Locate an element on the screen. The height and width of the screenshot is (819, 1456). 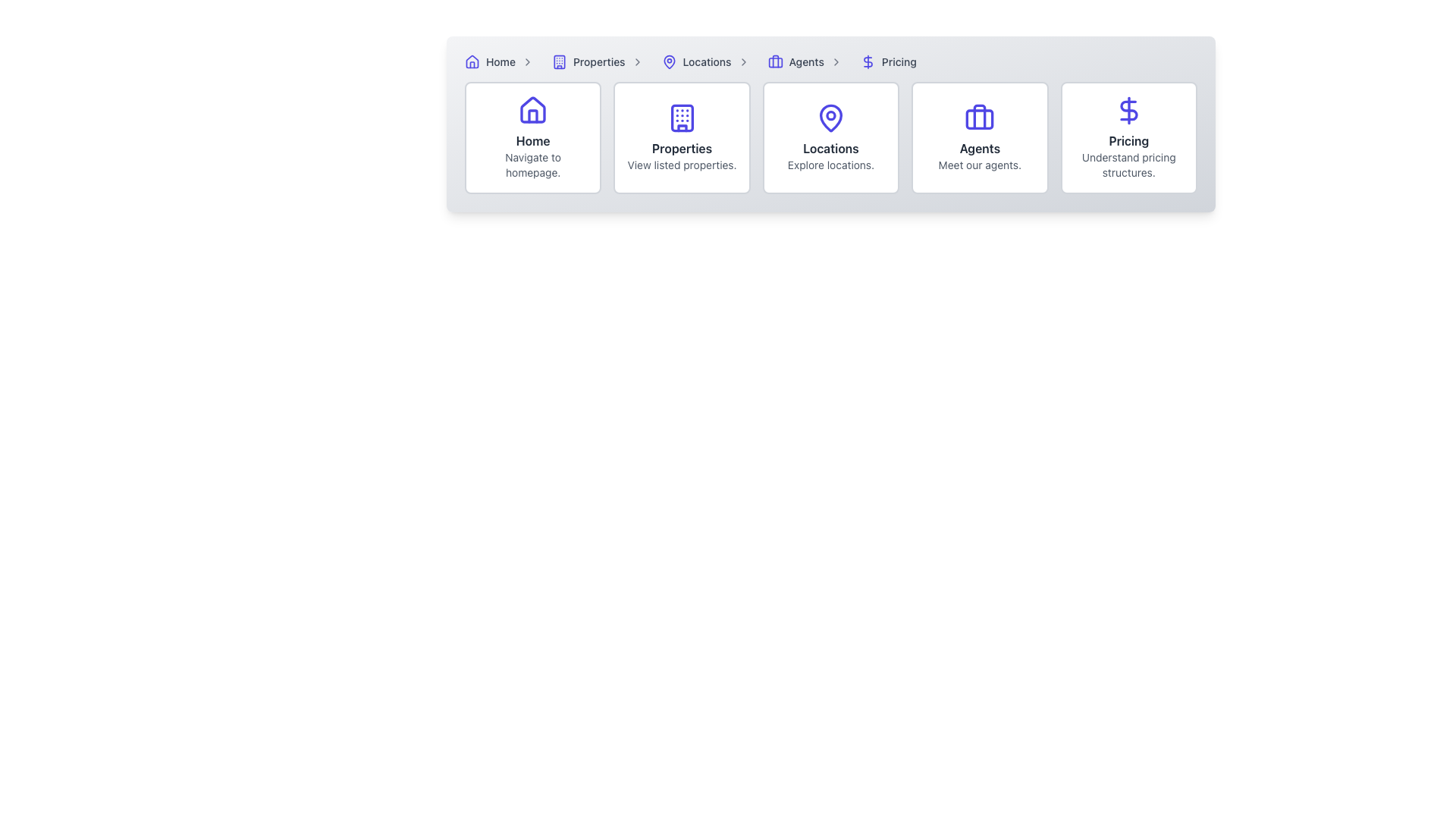
the chevron icon that serves as a visual separator in the breadcrumb navigation, positioned to the right of the 'Home' link is located at coordinates (528, 61).